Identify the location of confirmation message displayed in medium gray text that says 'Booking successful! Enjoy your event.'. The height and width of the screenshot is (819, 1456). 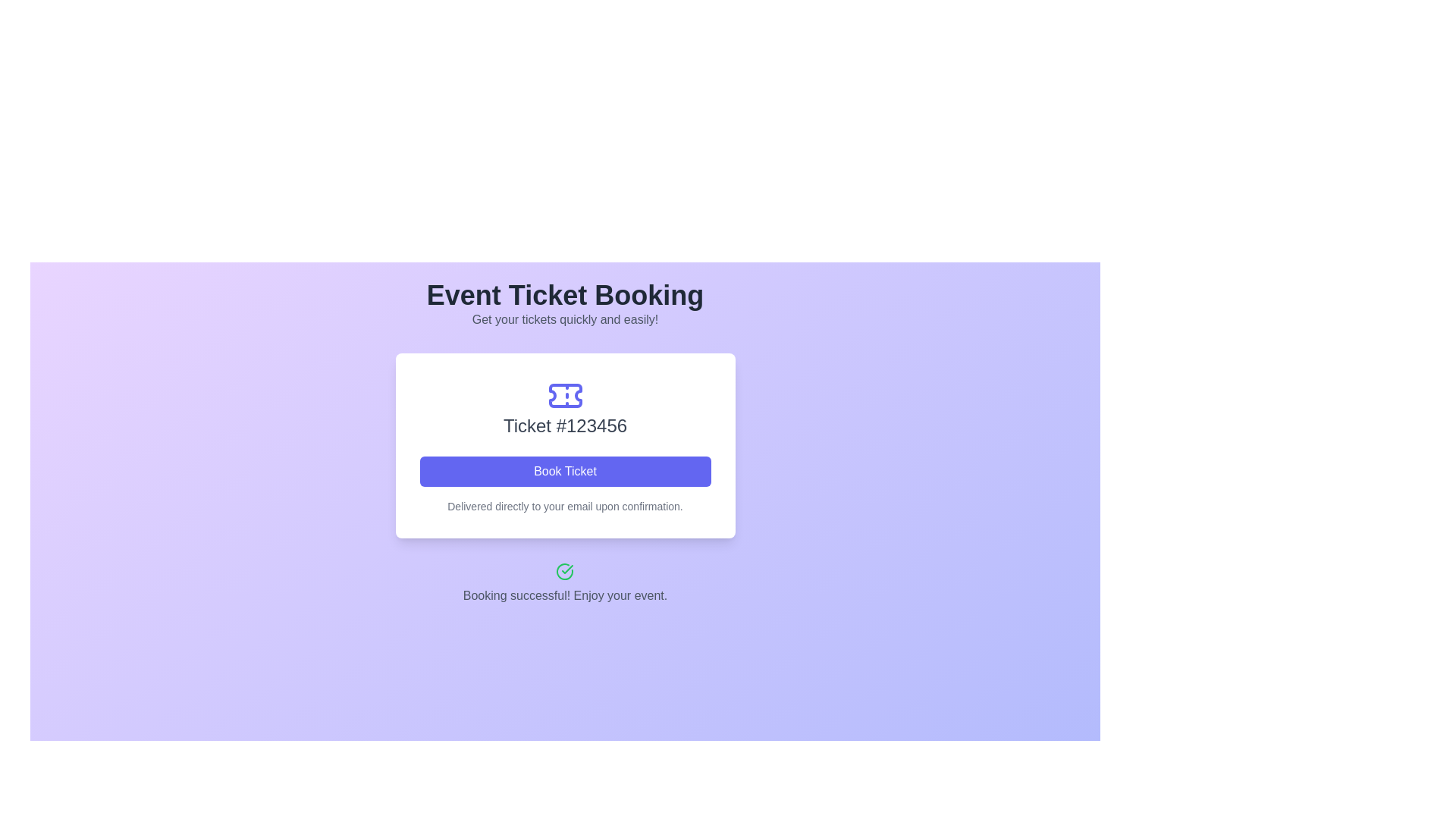
(564, 595).